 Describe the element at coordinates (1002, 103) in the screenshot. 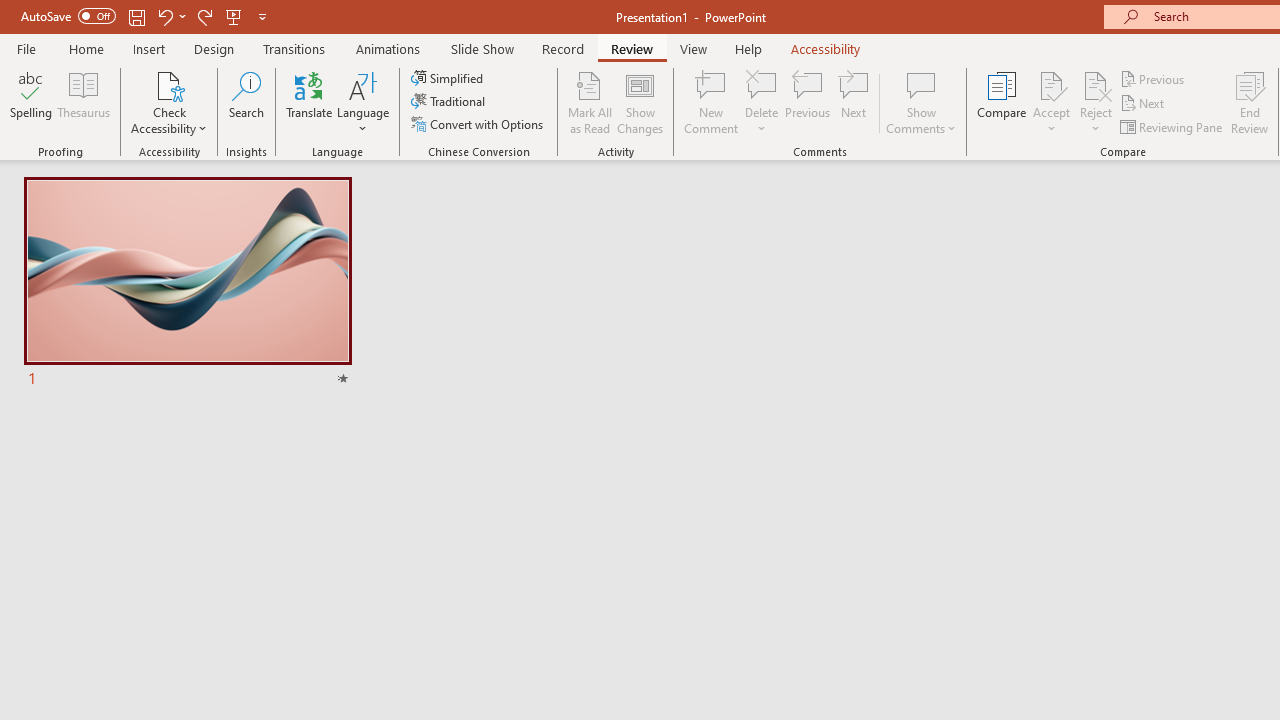

I see `'Compare'` at that location.